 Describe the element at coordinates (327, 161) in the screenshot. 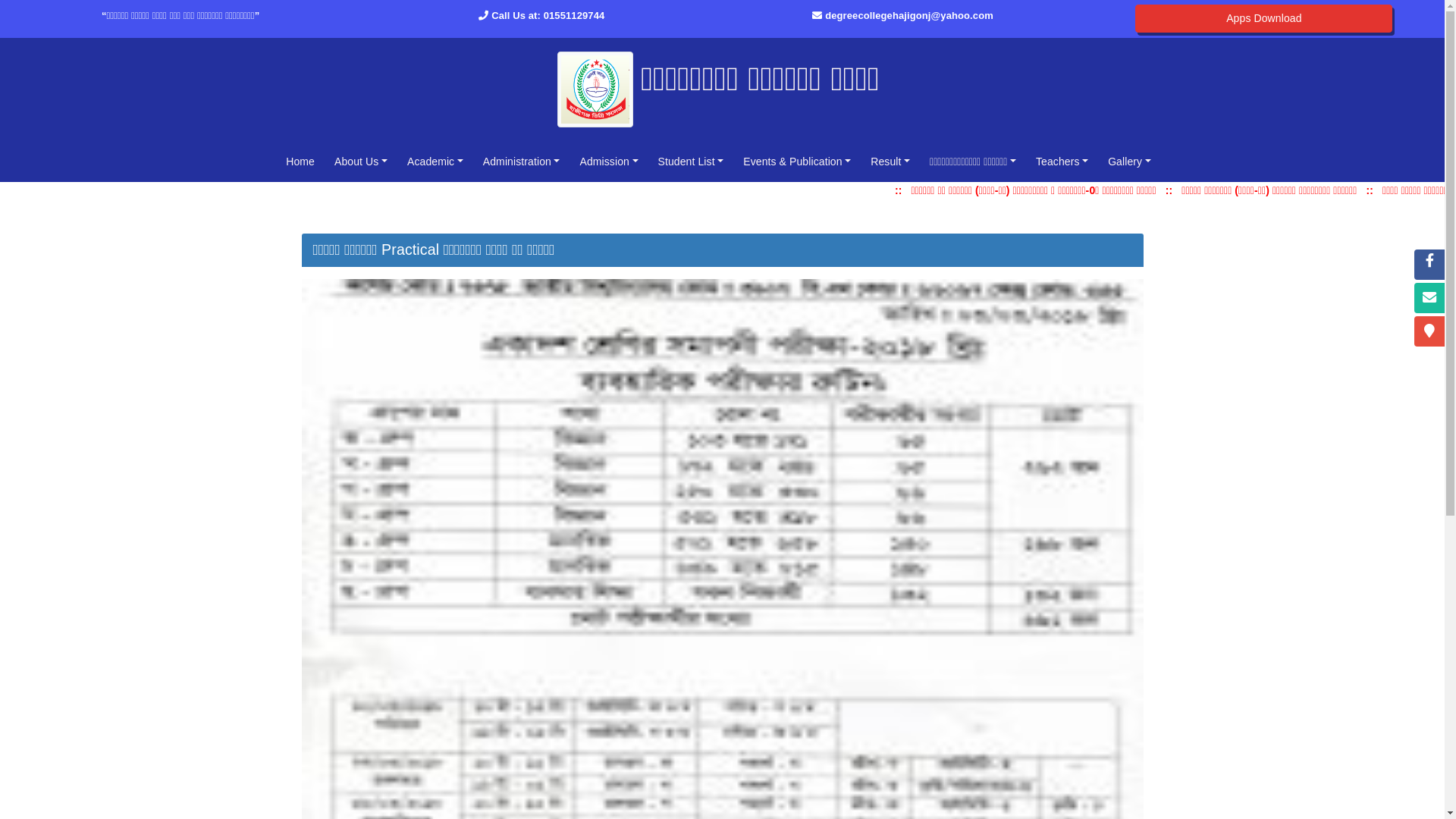

I see `'About Us'` at that location.